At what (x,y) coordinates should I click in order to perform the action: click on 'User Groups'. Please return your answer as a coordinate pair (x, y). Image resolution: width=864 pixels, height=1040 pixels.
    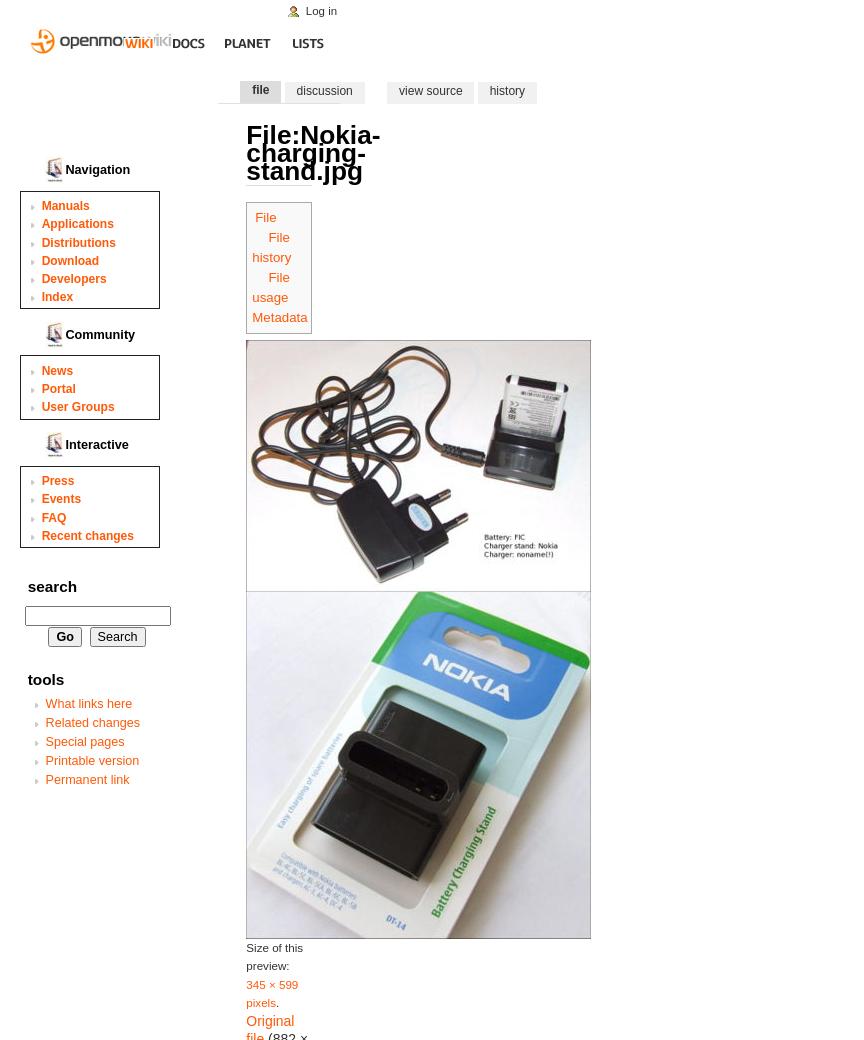
    Looking at the image, I should click on (41, 406).